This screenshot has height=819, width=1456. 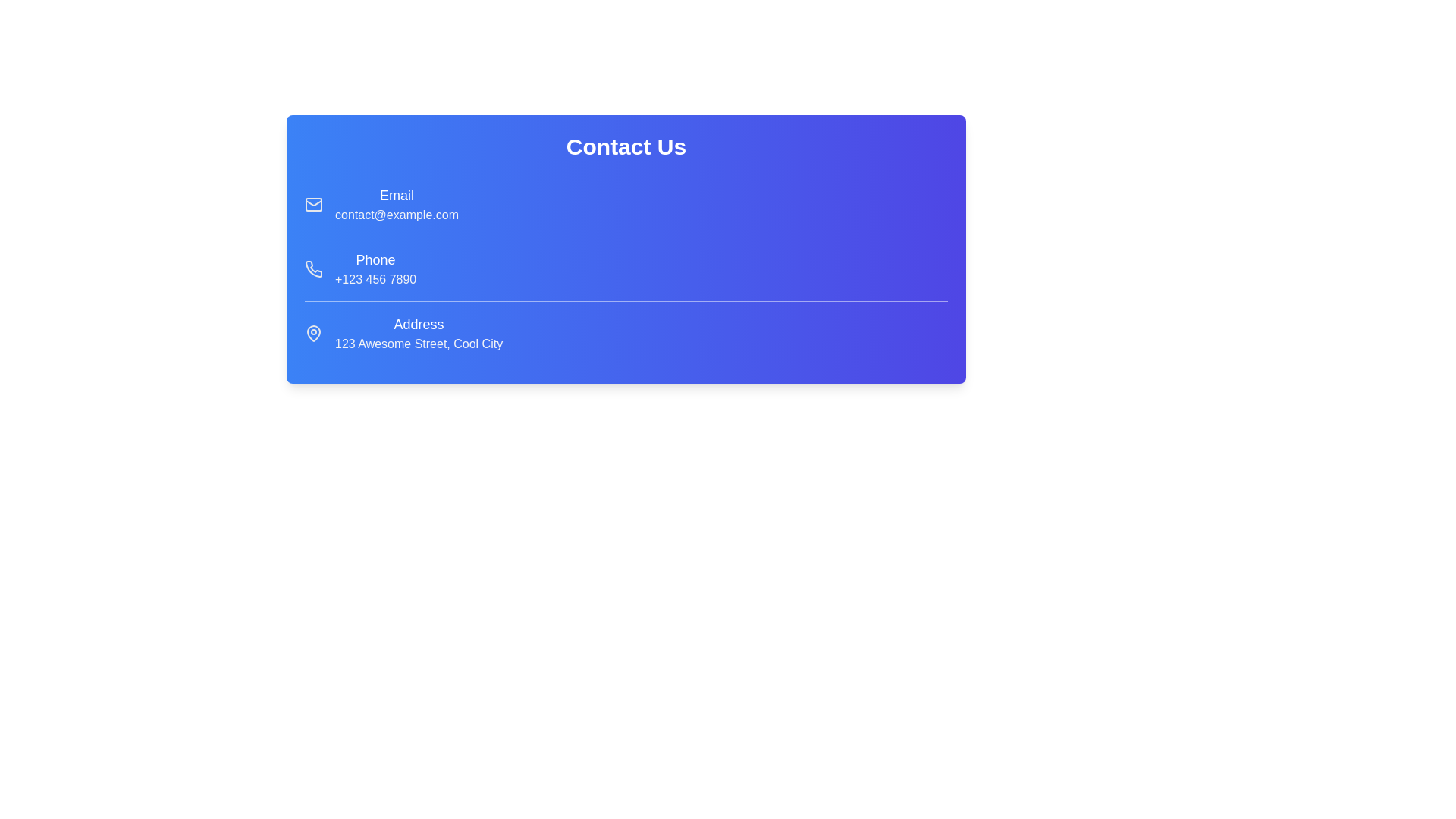 I want to click on the phone icon that visually represents a phone symbol, located next to the phone label displaying the text '+123 456 7890' in the contact information row, so click(x=313, y=268).